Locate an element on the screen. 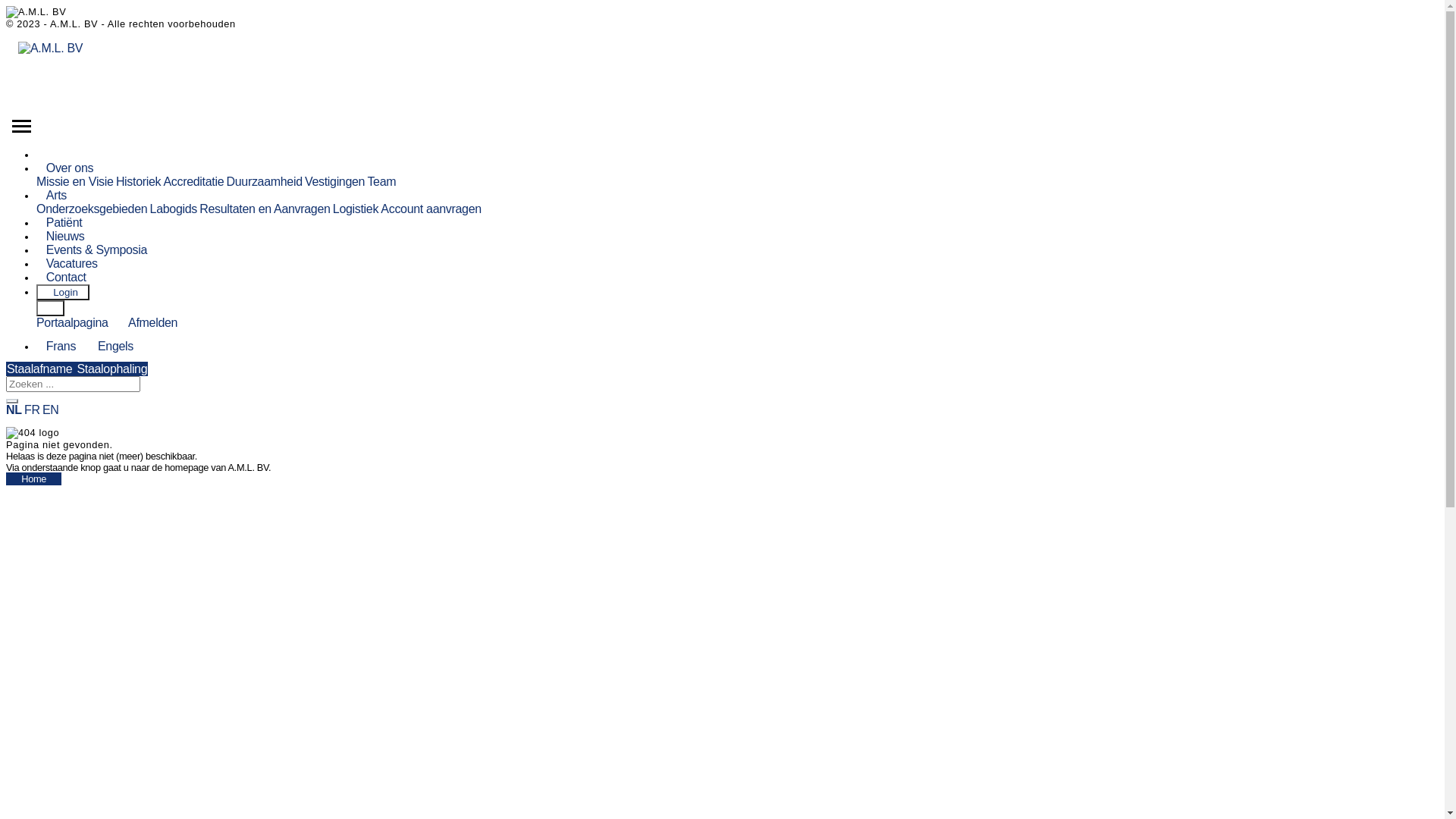 The height and width of the screenshot is (819, 1456). 'Duurzaamheid' is located at coordinates (224, 180).